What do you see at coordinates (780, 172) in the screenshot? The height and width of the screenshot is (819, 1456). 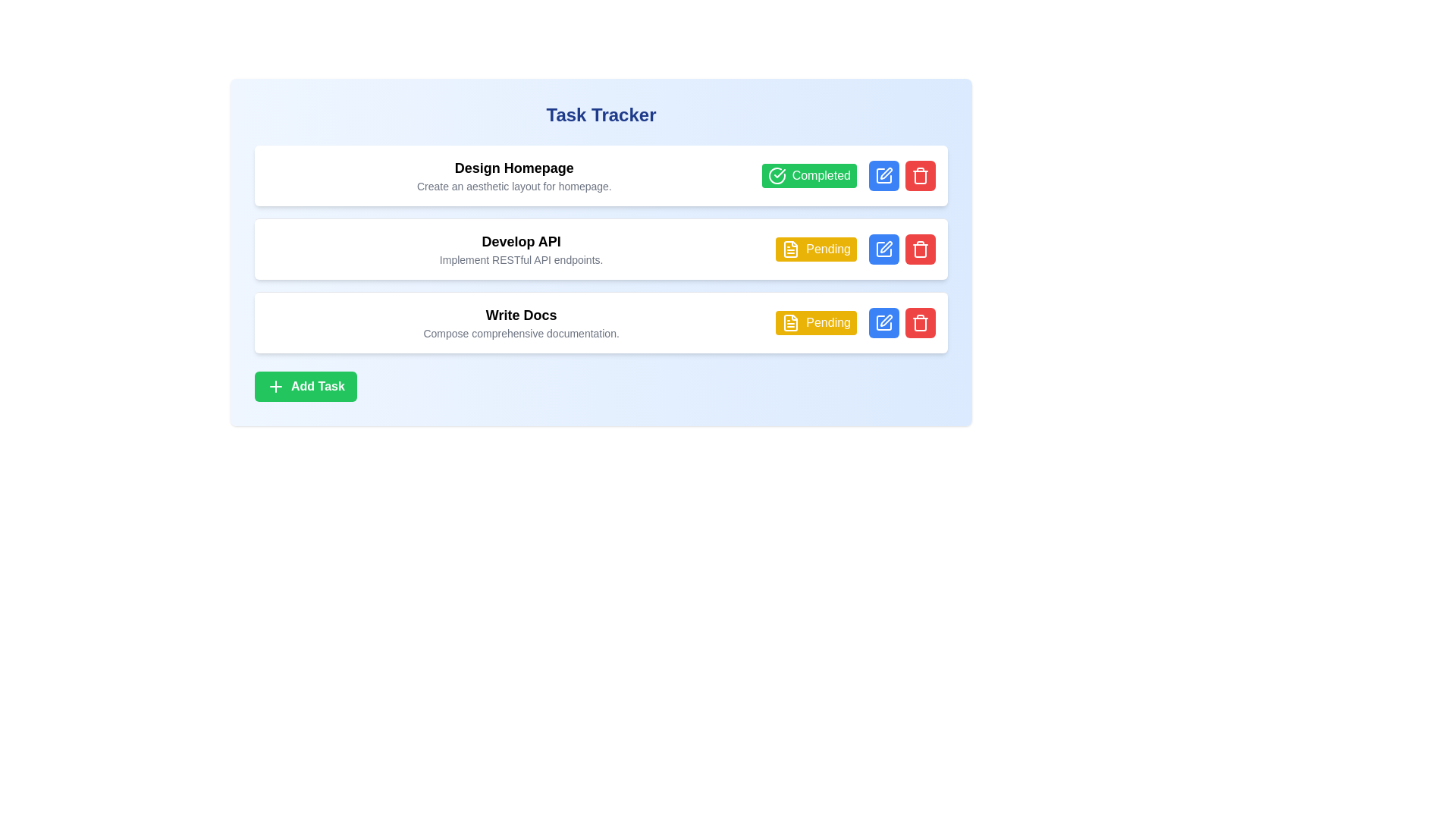 I see `the checkmark icon that indicates the completion status of the 'Design Homepage' task` at bounding box center [780, 172].